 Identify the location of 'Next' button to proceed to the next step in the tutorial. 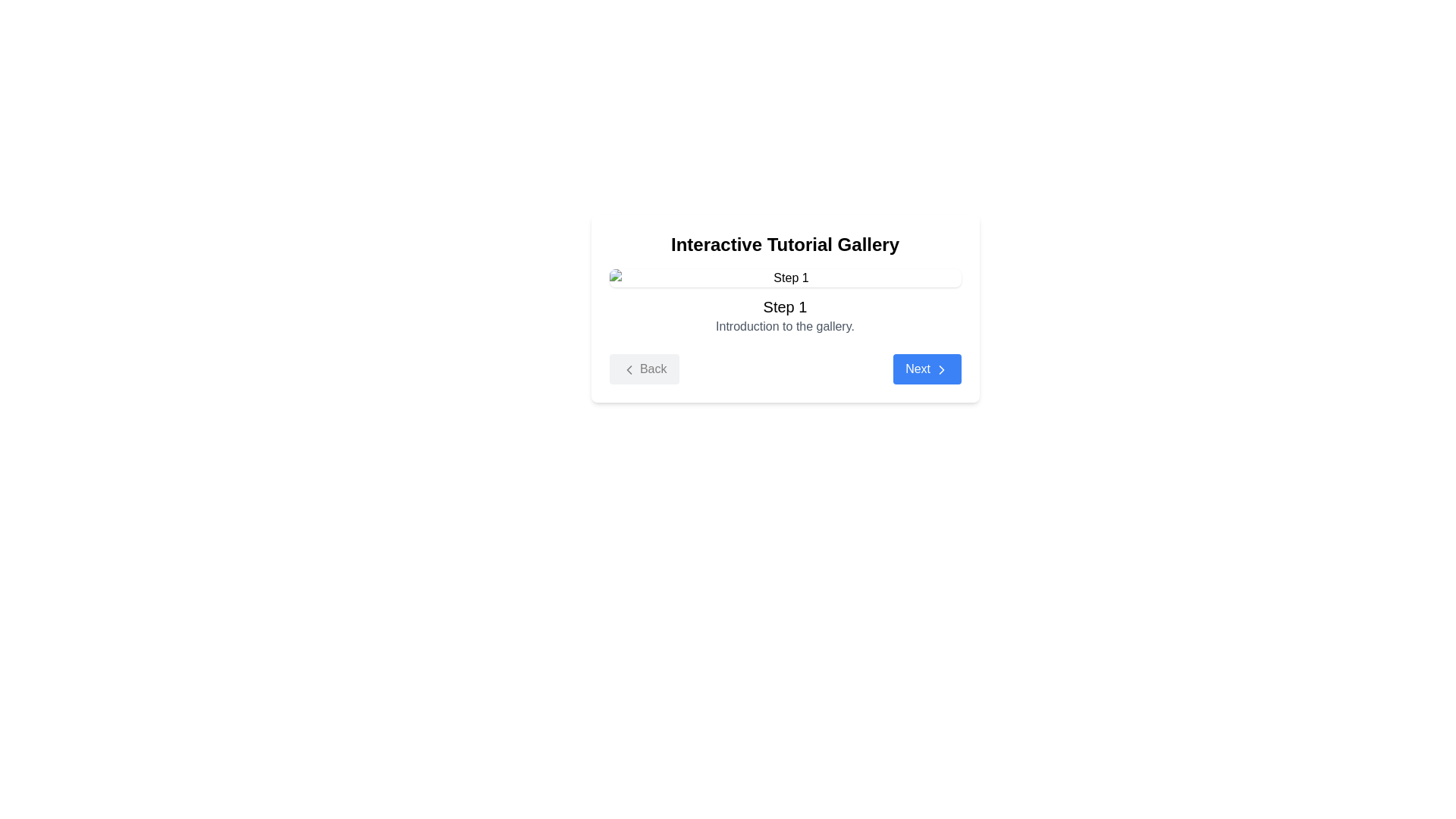
(926, 369).